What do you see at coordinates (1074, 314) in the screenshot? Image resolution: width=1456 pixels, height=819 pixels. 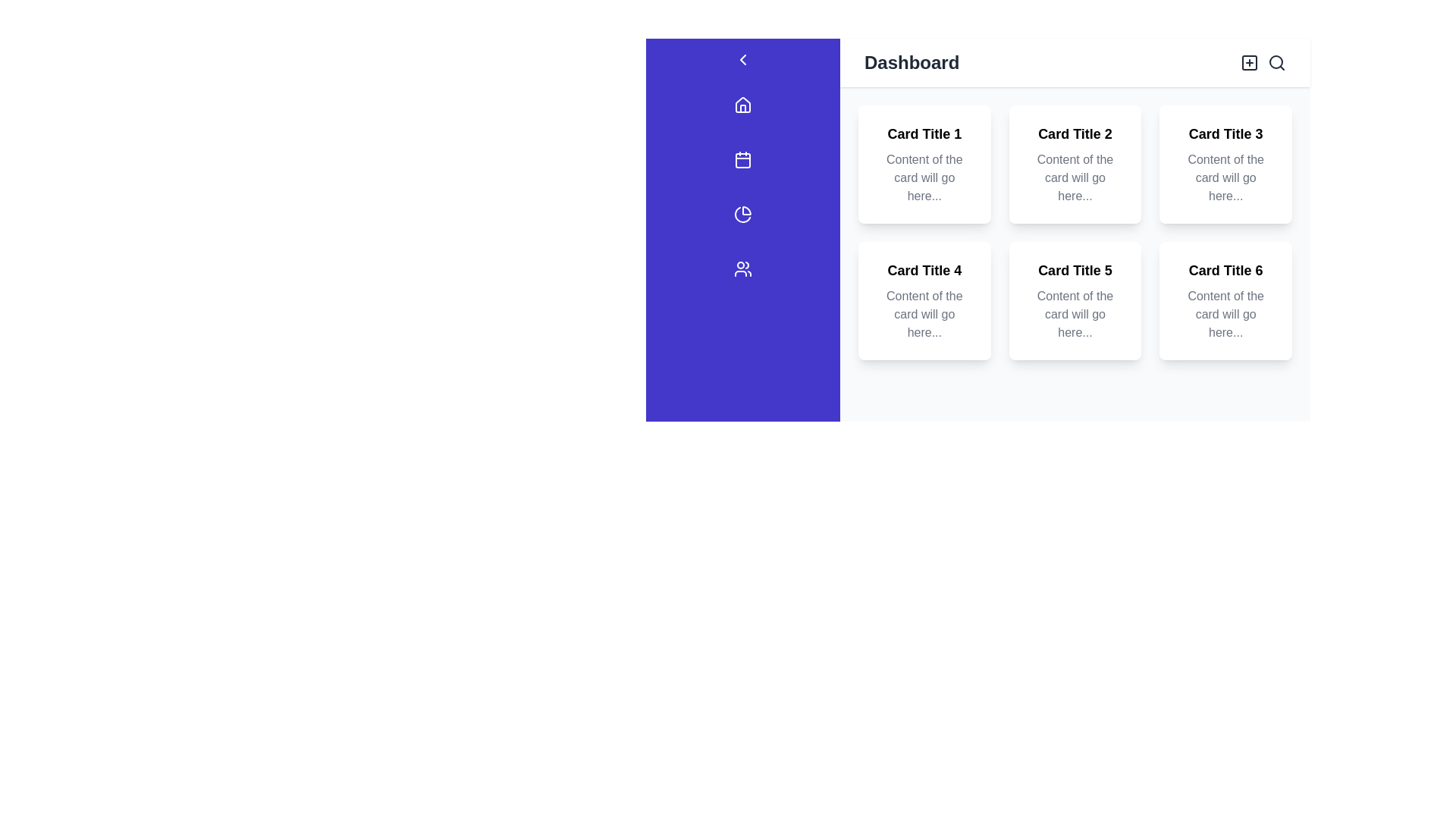 I see `the static text block that reads 'Content of the card will go here...' styled in gray font, located directly below 'Card Title 5' in the card layout` at bounding box center [1074, 314].